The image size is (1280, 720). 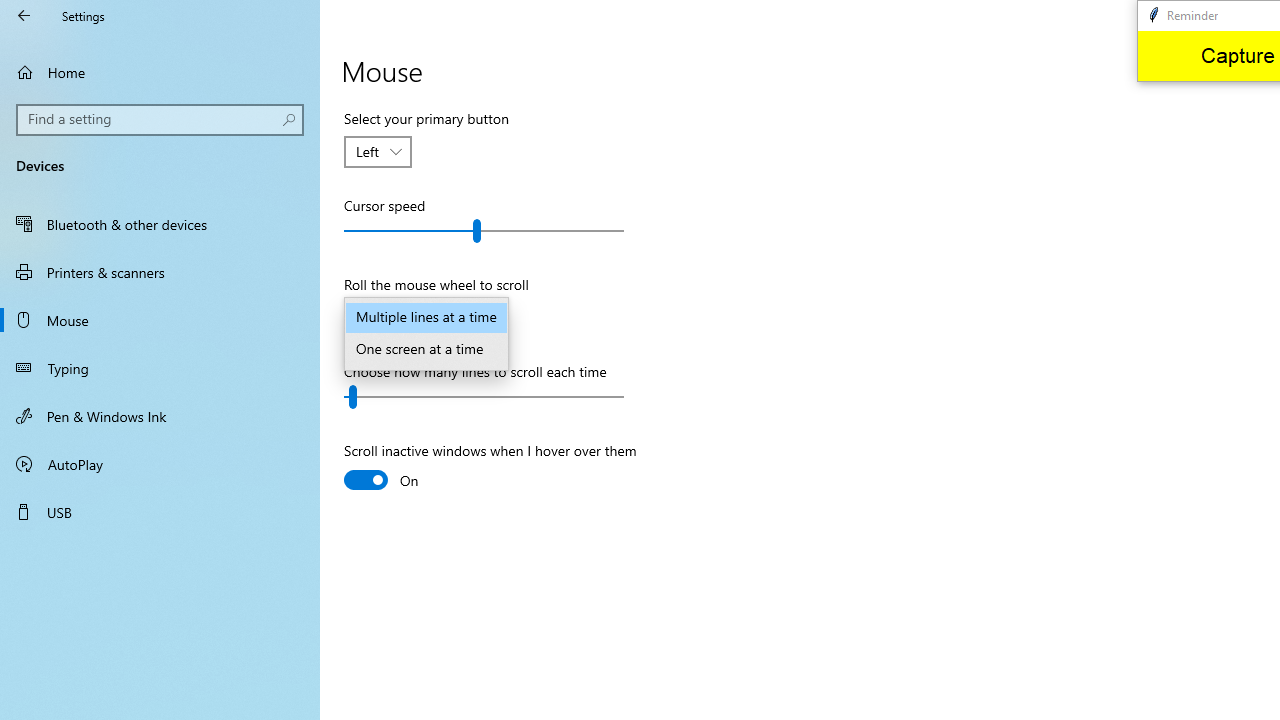 What do you see at coordinates (484, 397) in the screenshot?
I see `'Choose how many lines to scroll each time'` at bounding box center [484, 397].